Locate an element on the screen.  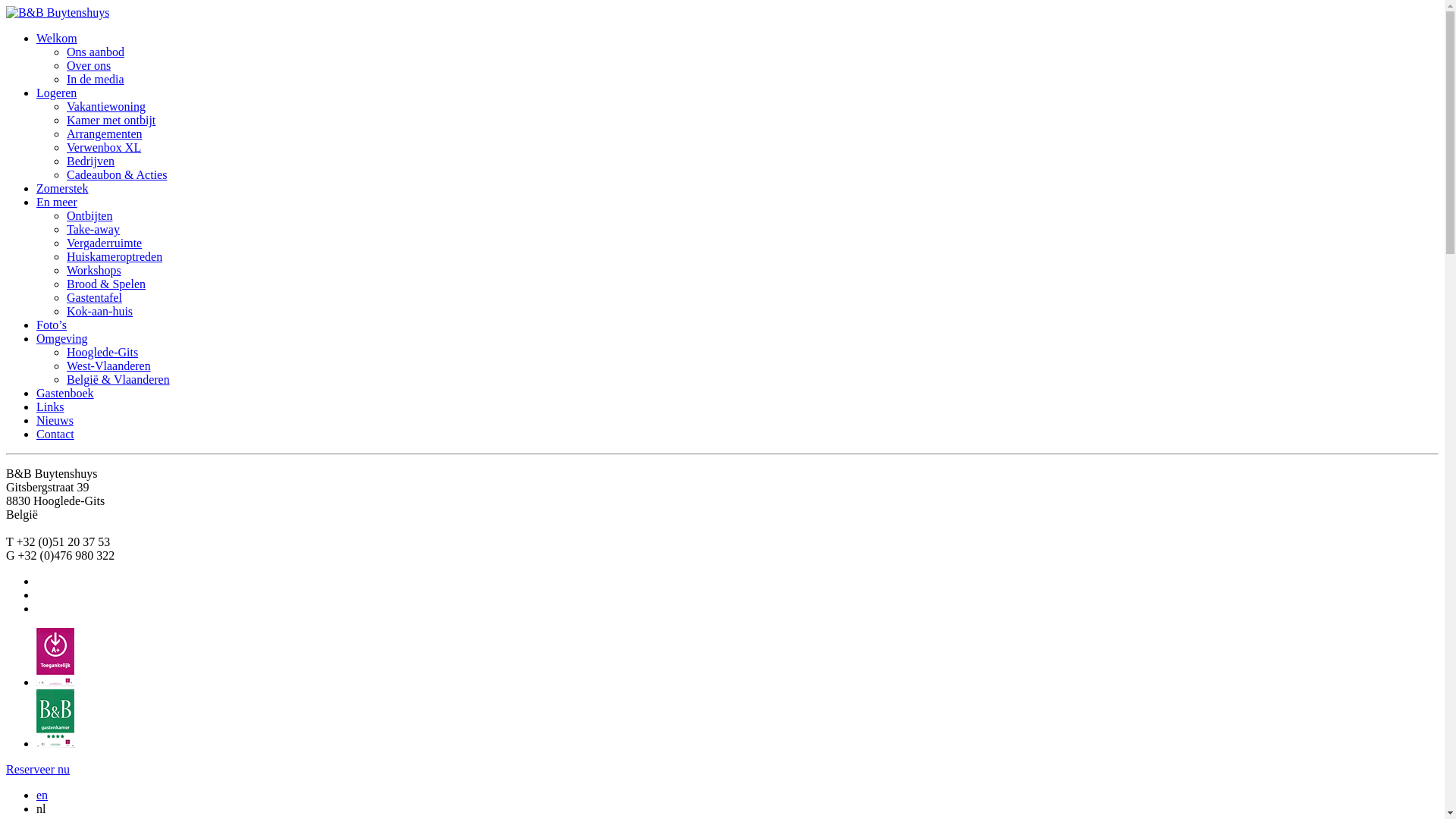
'Brood & Spelen' is located at coordinates (105, 284).